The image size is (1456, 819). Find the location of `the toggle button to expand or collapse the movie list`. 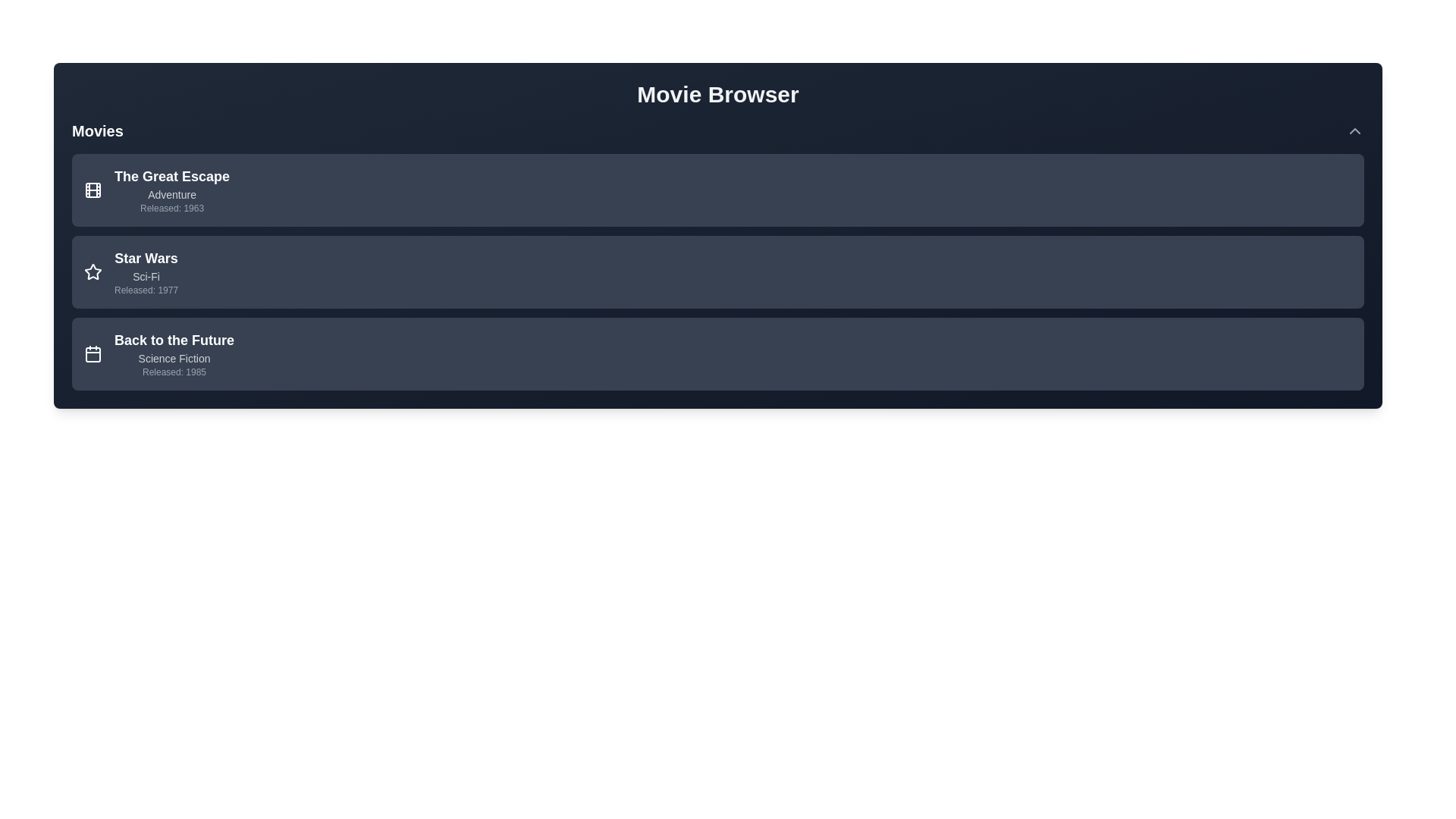

the toggle button to expand or collapse the movie list is located at coordinates (1354, 130).